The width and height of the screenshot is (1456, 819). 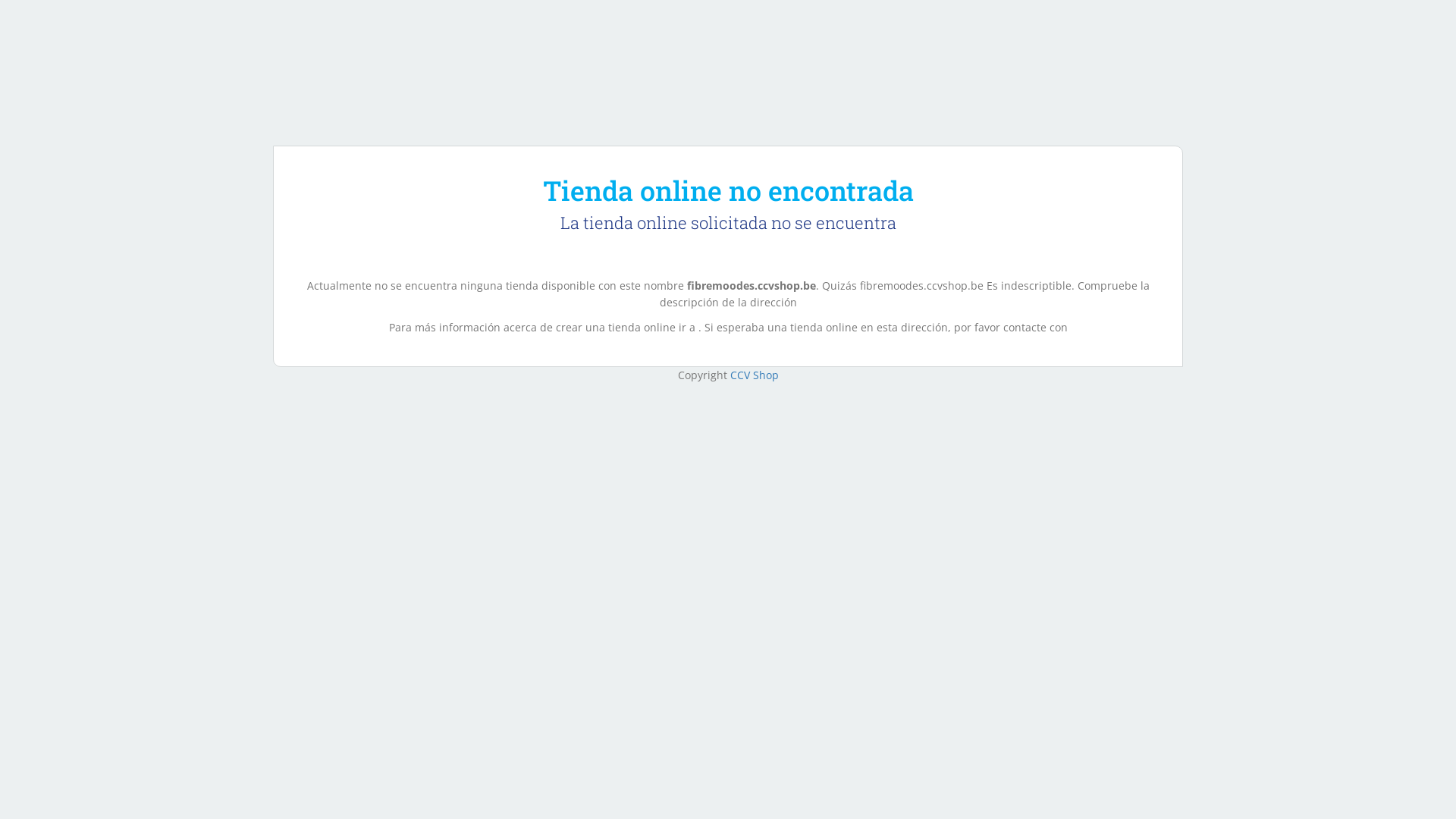 I want to click on 'CCV Shop', so click(x=753, y=375).